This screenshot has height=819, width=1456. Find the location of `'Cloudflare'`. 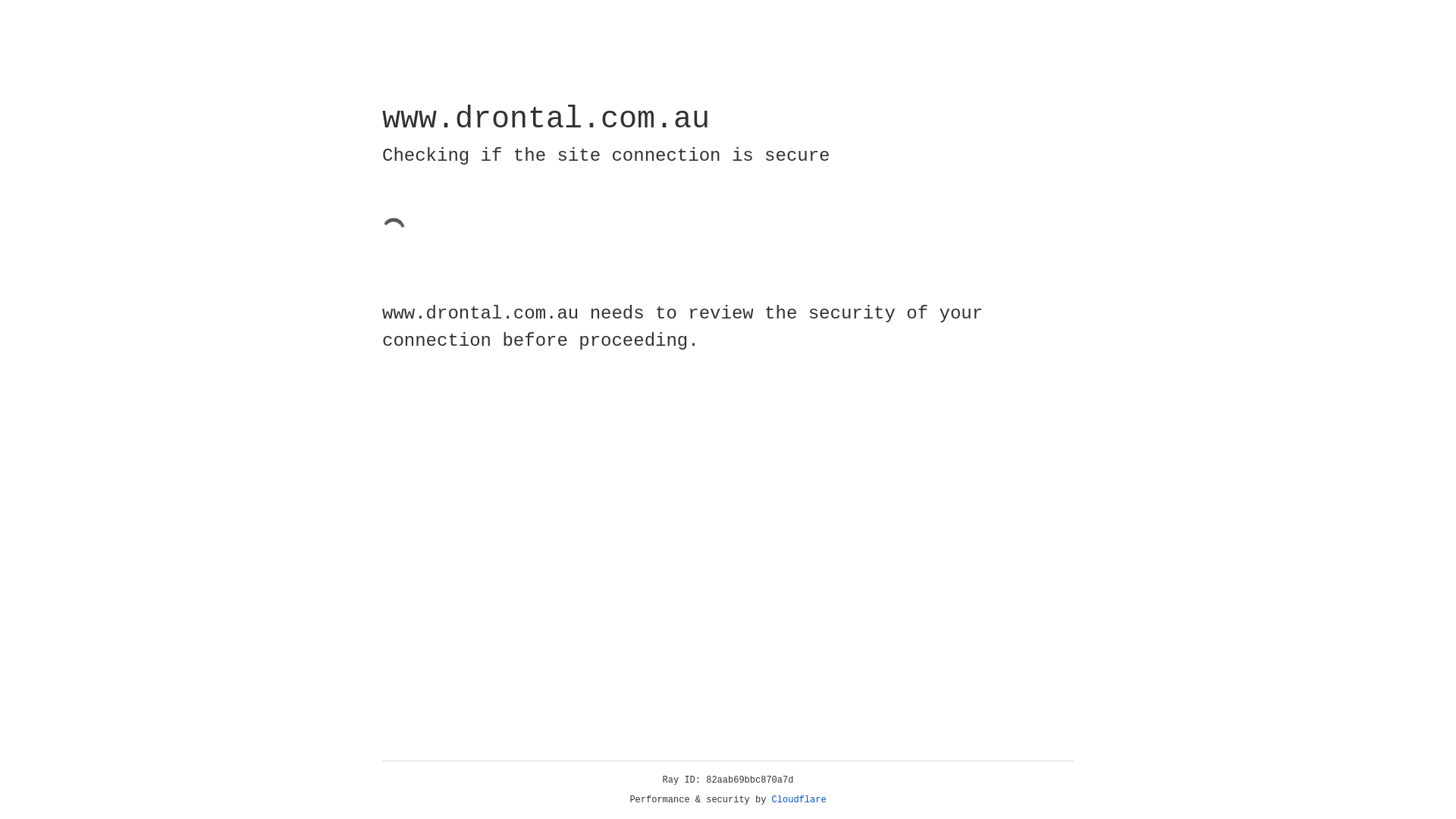

'Cloudflare' is located at coordinates (771, 799).